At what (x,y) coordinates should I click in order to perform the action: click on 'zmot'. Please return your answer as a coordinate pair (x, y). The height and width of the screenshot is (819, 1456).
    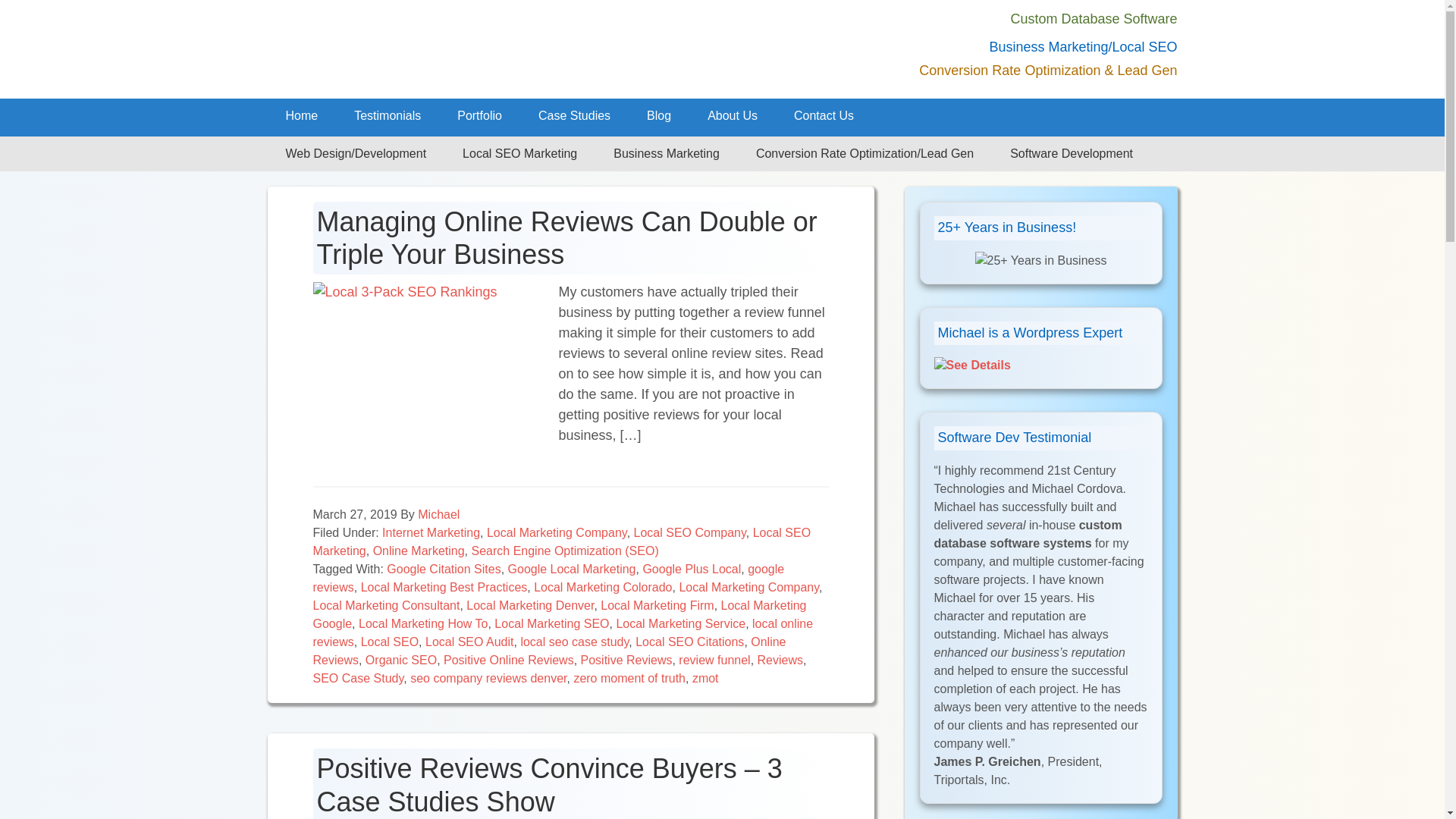
    Looking at the image, I should click on (691, 677).